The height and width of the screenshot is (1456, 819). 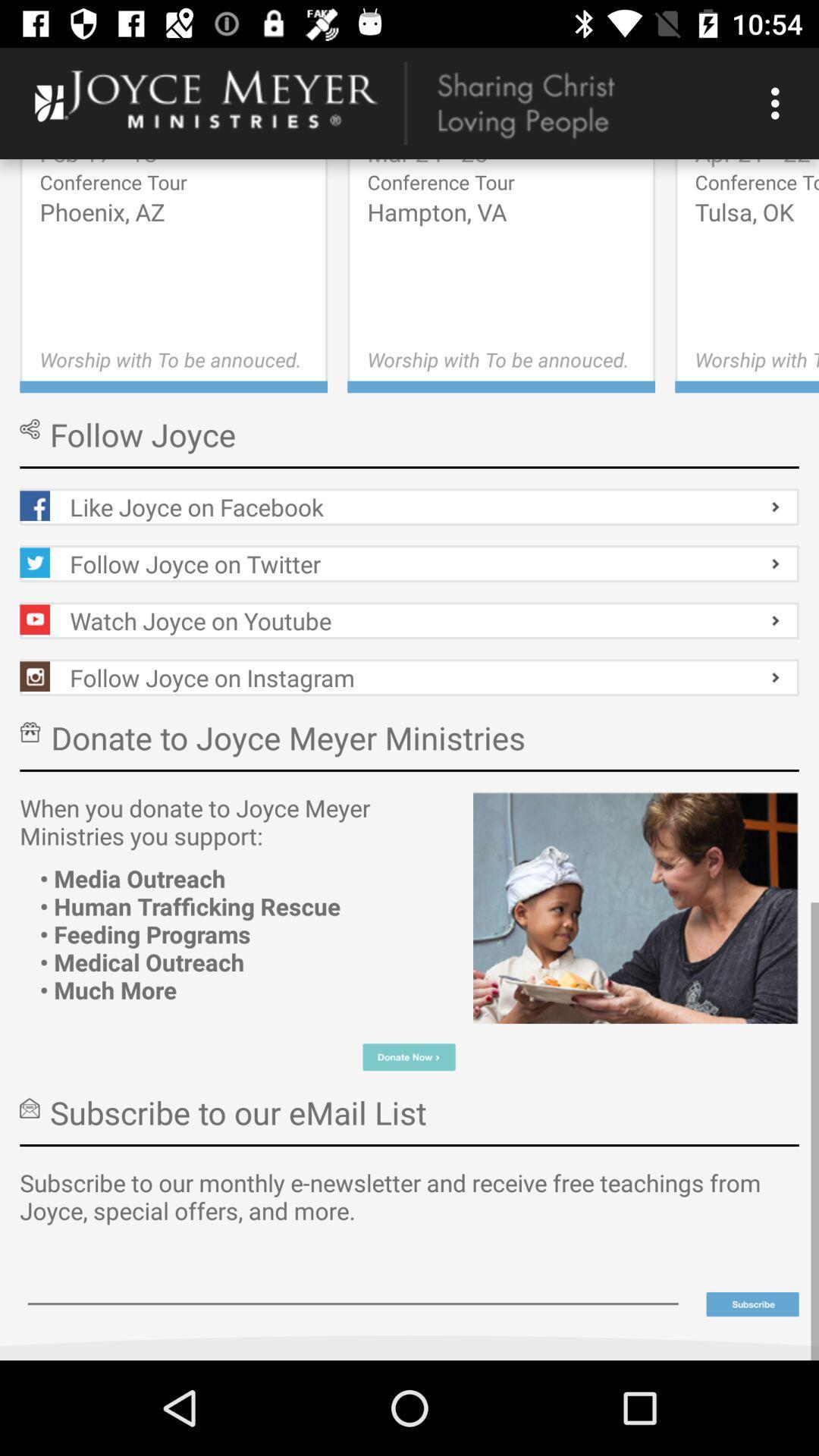 What do you see at coordinates (353, 1282) in the screenshot?
I see `email subscribe` at bounding box center [353, 1282].